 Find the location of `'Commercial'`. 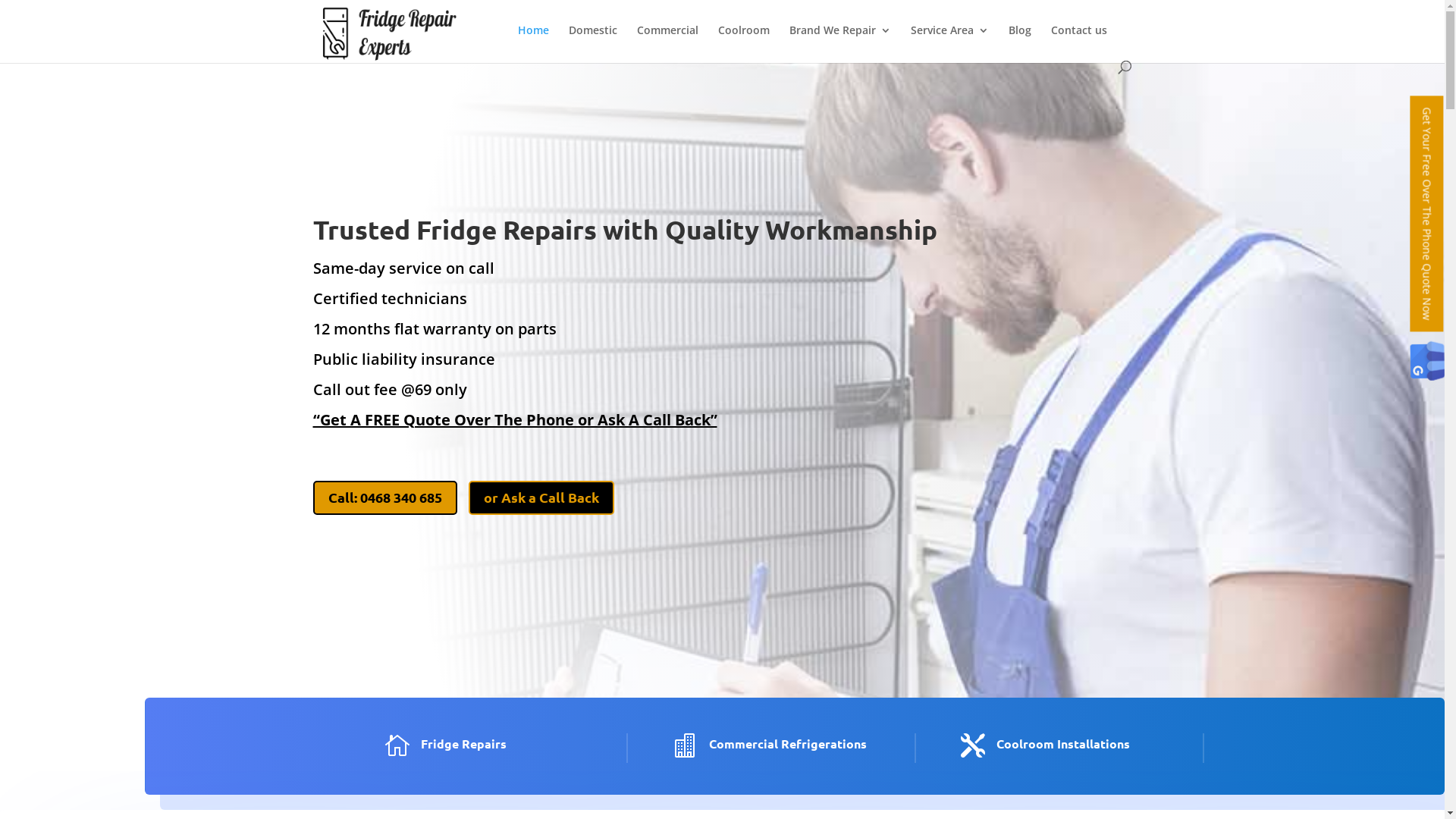

'Commercial' is located at coordinates (667, 42).